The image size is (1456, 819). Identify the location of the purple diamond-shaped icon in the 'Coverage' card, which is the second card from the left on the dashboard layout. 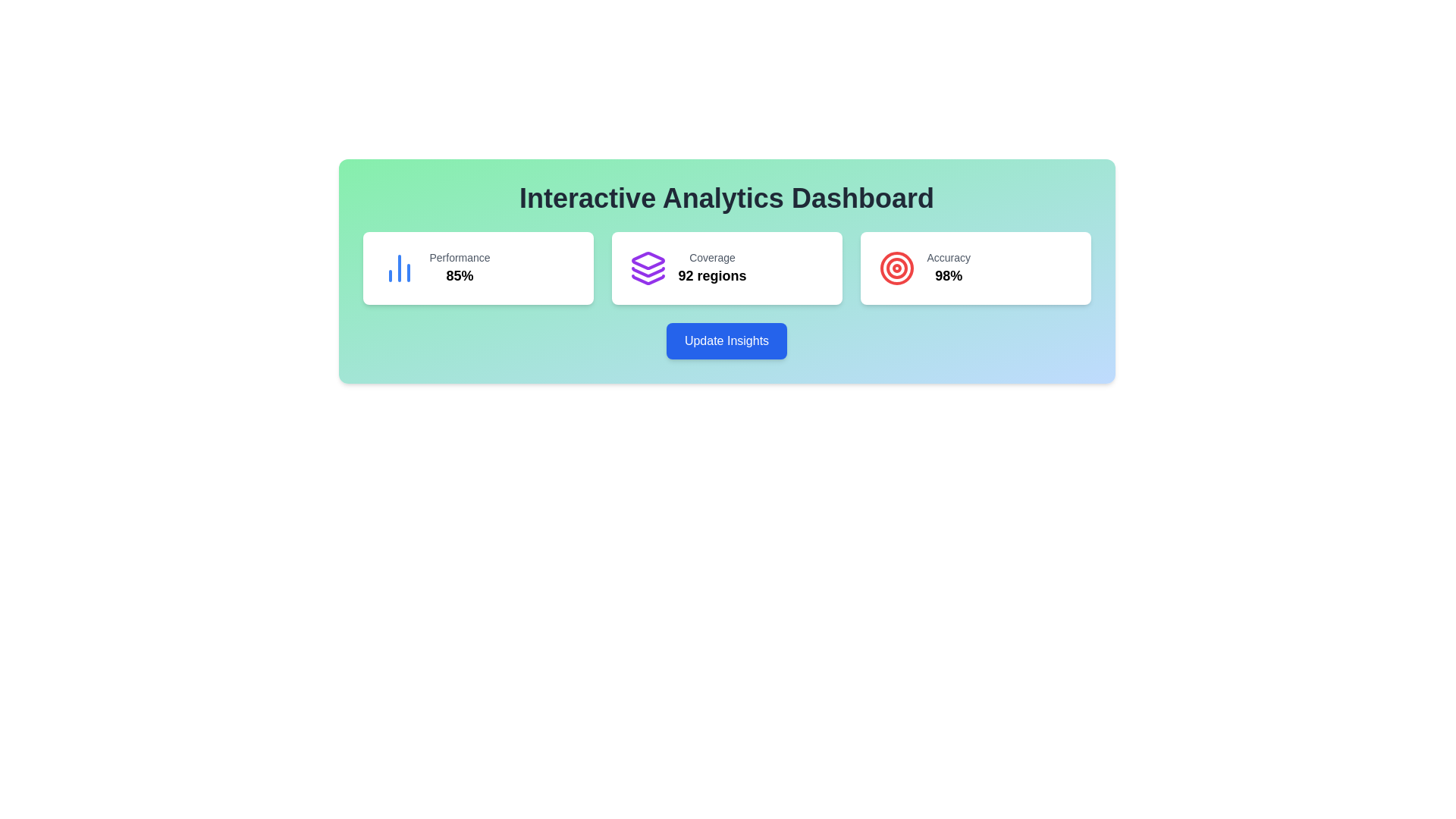
(648, 259).